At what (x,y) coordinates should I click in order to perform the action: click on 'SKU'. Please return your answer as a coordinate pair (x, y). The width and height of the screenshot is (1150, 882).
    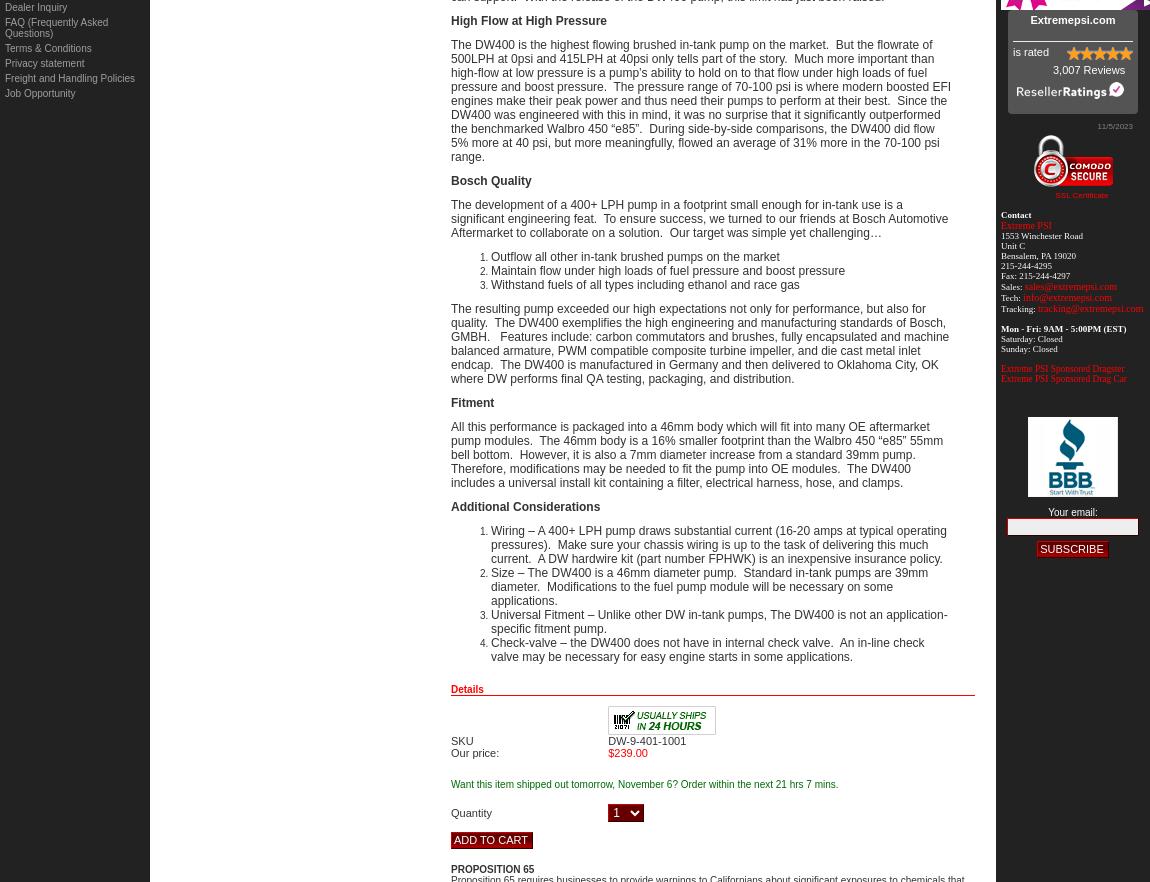
    Looking at the image, I should click on (461, 739).